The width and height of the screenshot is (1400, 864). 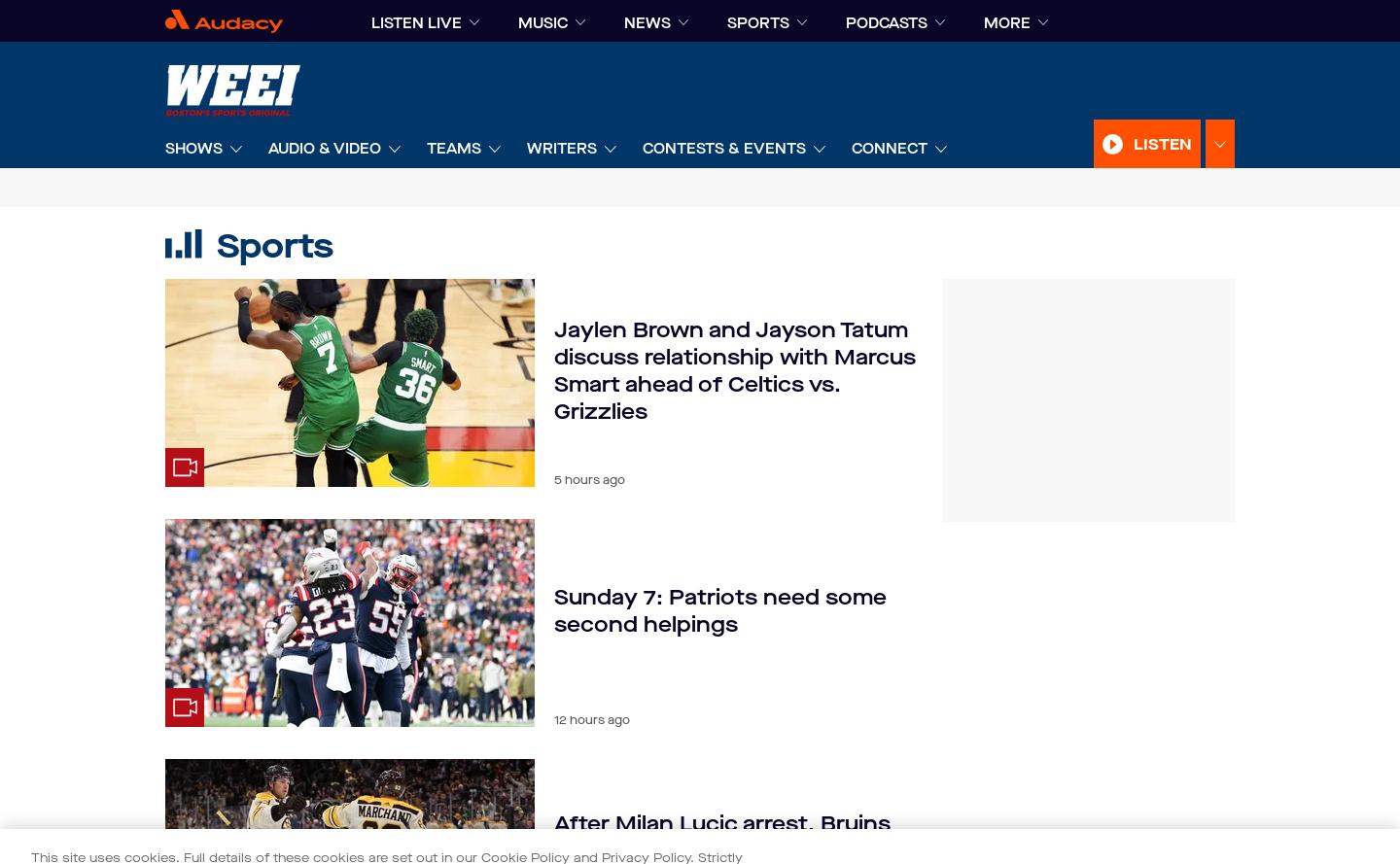 I want to click on 'Audio & Video', so click(x=267, y=148).